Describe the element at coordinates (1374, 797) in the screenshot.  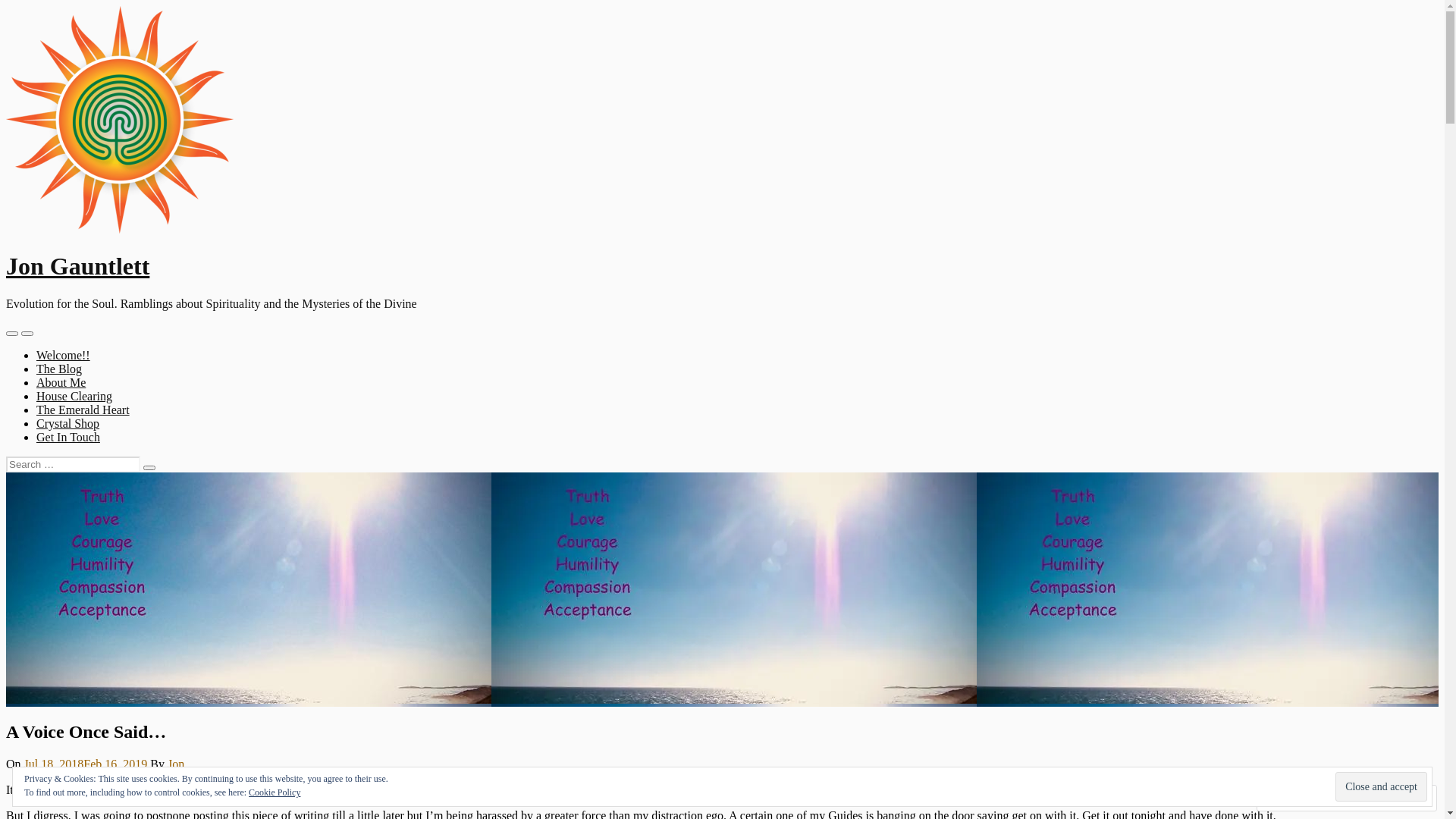
I see `'Follow'` at that location.